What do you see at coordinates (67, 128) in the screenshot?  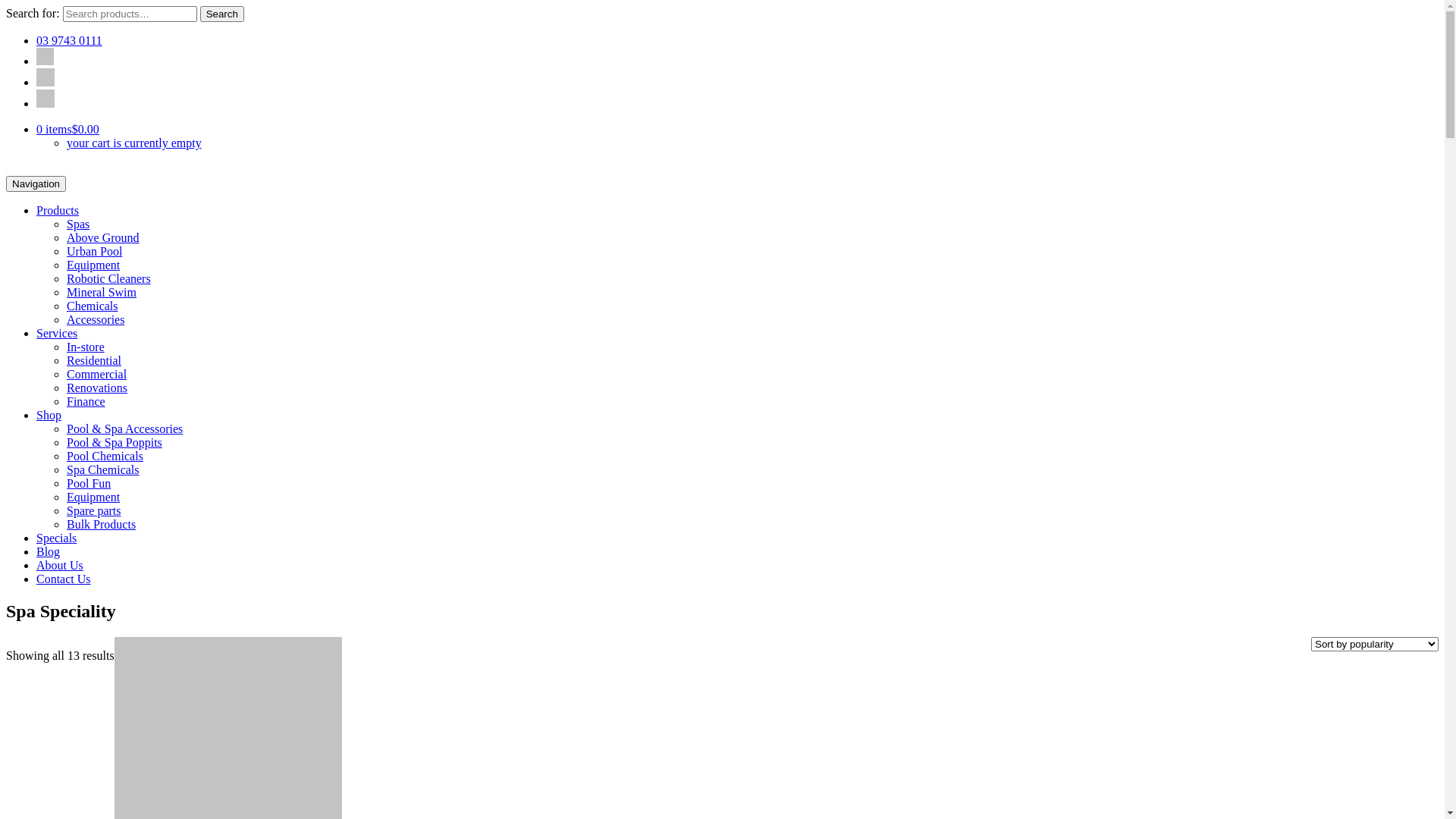 I see `'0 items$0.00'` at bounding box center [67, 128].